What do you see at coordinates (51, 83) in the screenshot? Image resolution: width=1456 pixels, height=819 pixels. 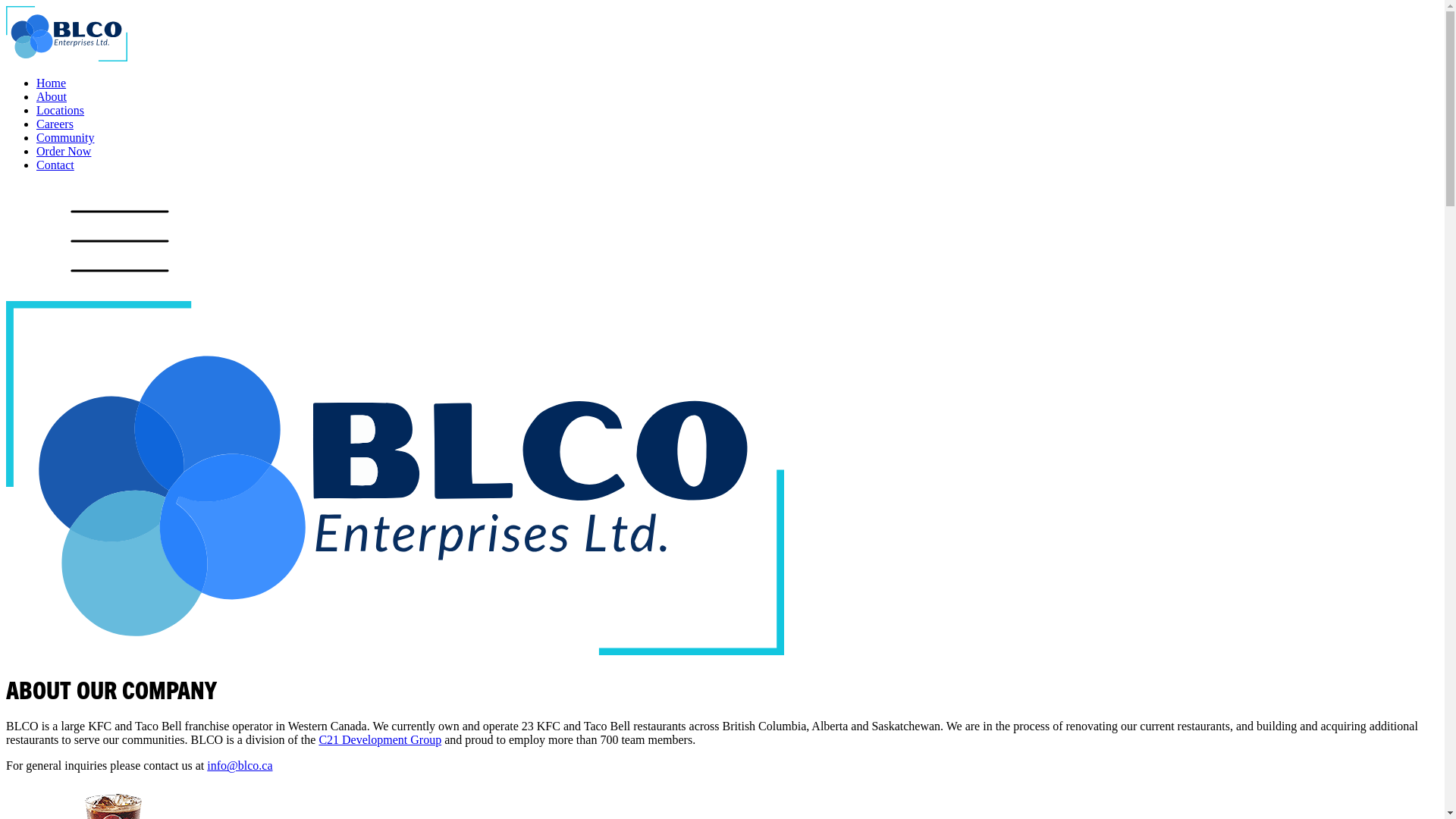 I see `'Home'` at bounding box center [51, 83].